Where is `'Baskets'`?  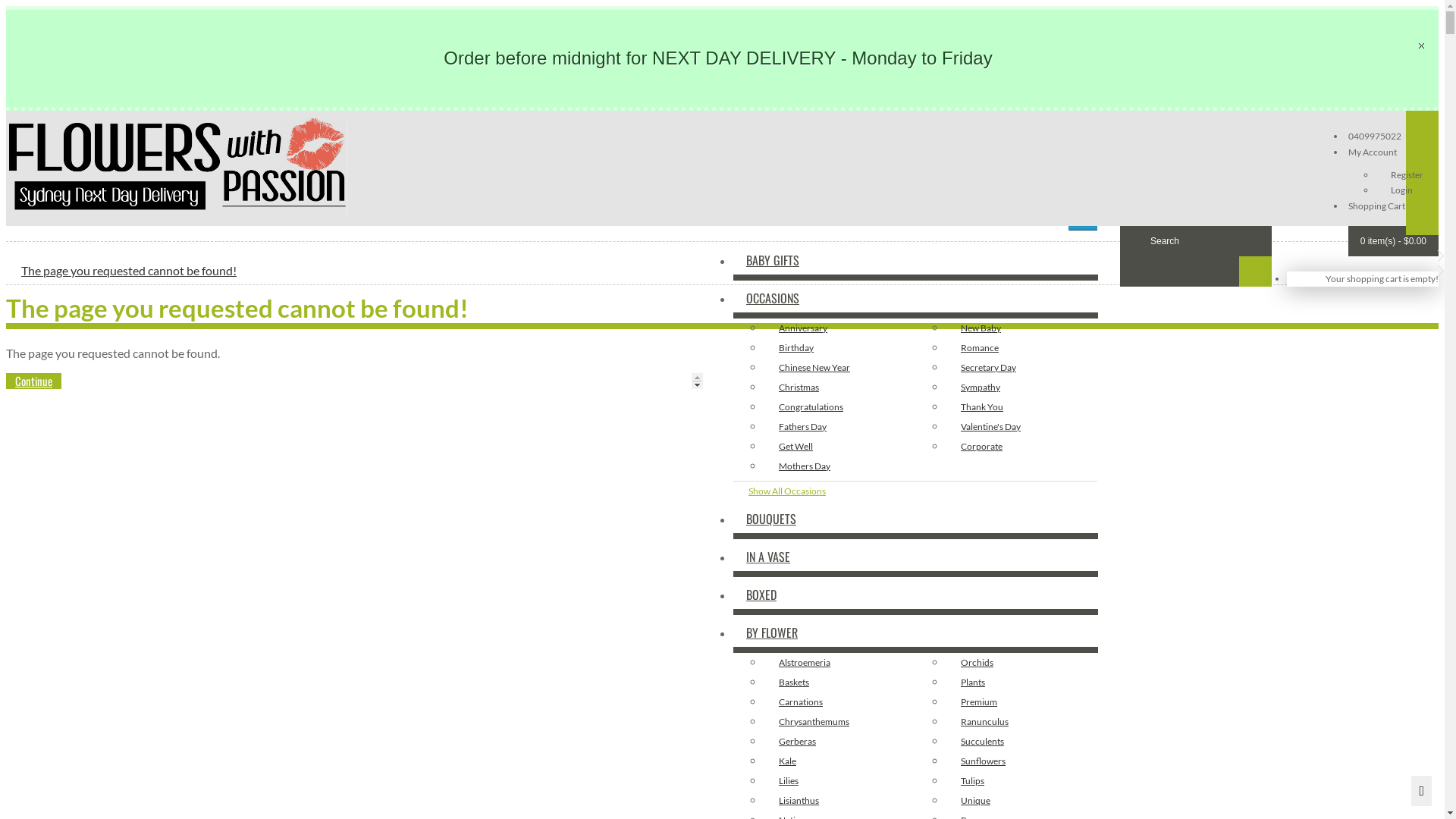 'Baskets' is located at coordinates (764, 680).